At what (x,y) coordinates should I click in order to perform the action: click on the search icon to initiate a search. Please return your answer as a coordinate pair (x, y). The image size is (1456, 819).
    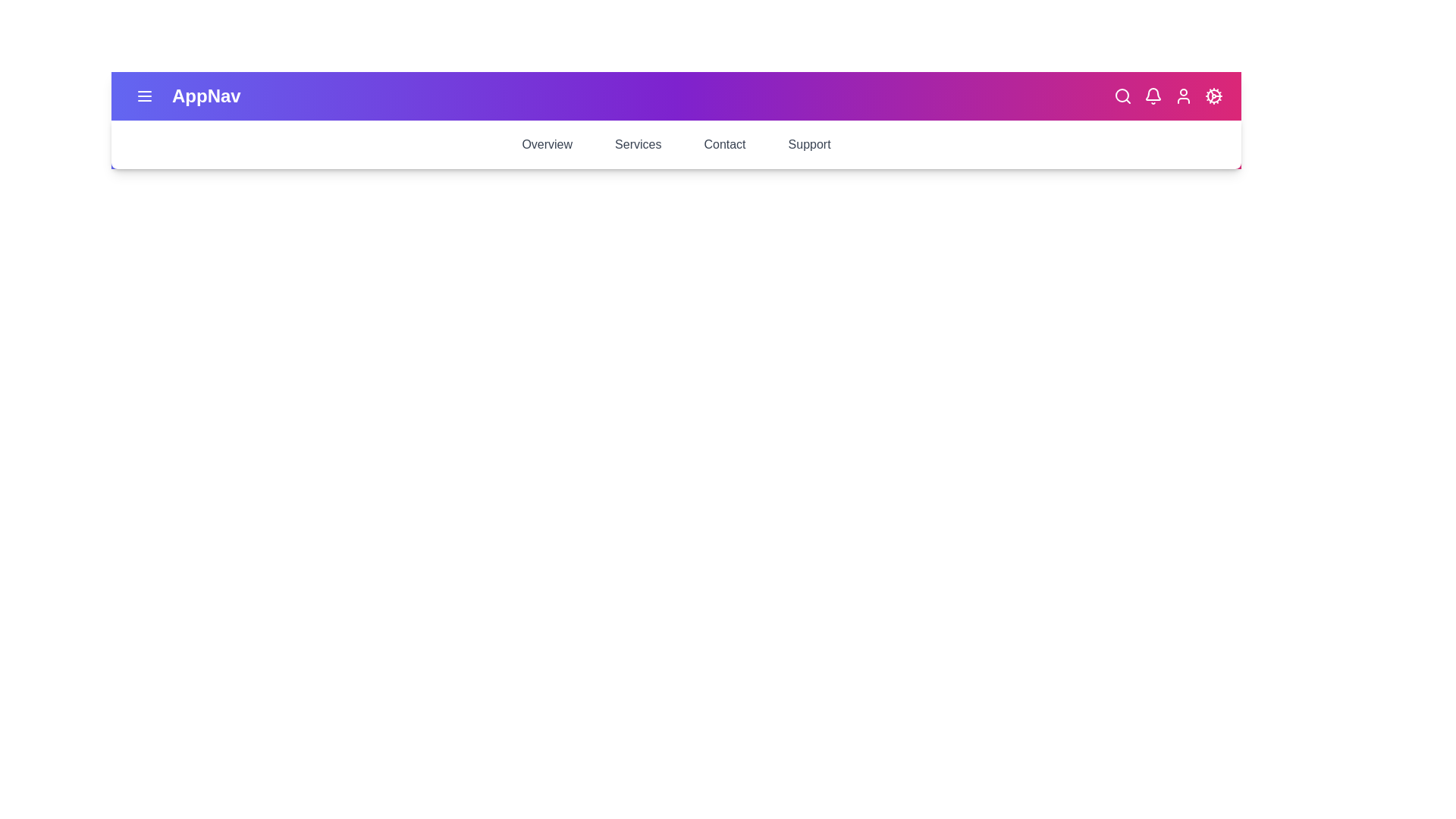
    Looking at the image, I should click on (1123, 96).